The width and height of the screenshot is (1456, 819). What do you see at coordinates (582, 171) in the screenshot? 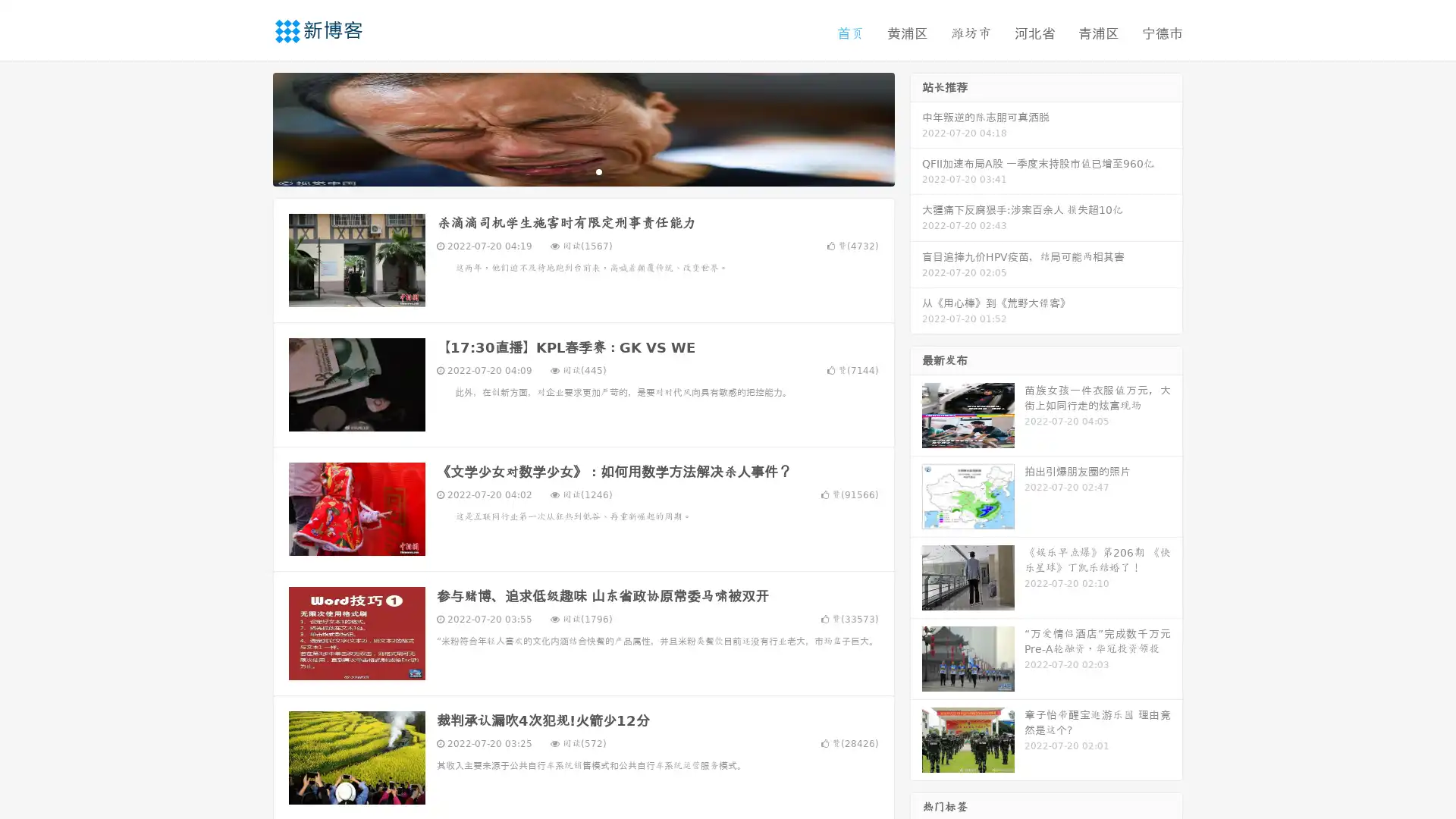
I see `Go to slide 2` at bounding box center [582, 171].